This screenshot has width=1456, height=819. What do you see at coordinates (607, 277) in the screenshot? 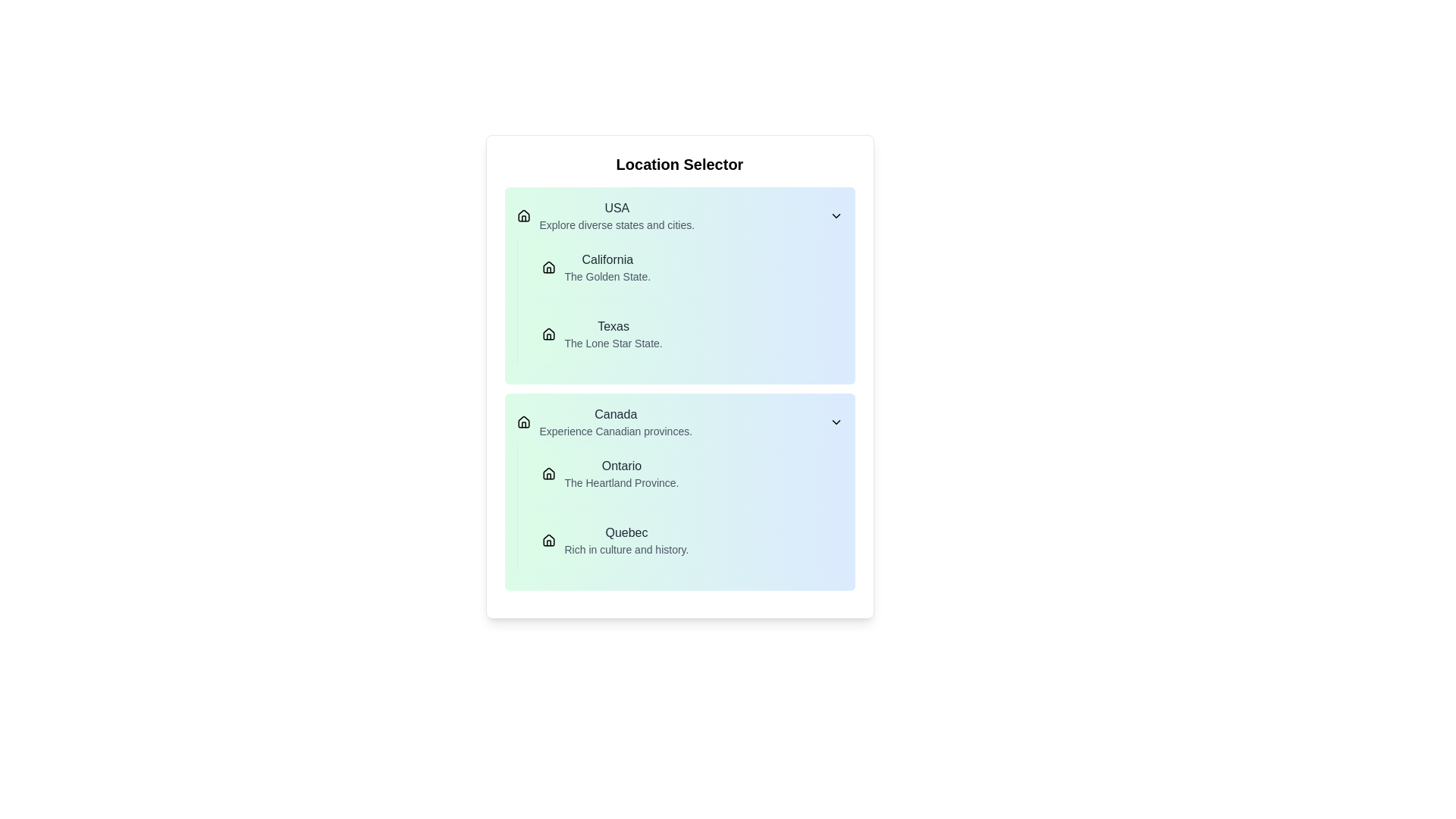
I see `the text label reading 'The Golden State.' which is located directly beneath 'California' in the USA section of the Location Selector interface` at bounding box center [607, 277].